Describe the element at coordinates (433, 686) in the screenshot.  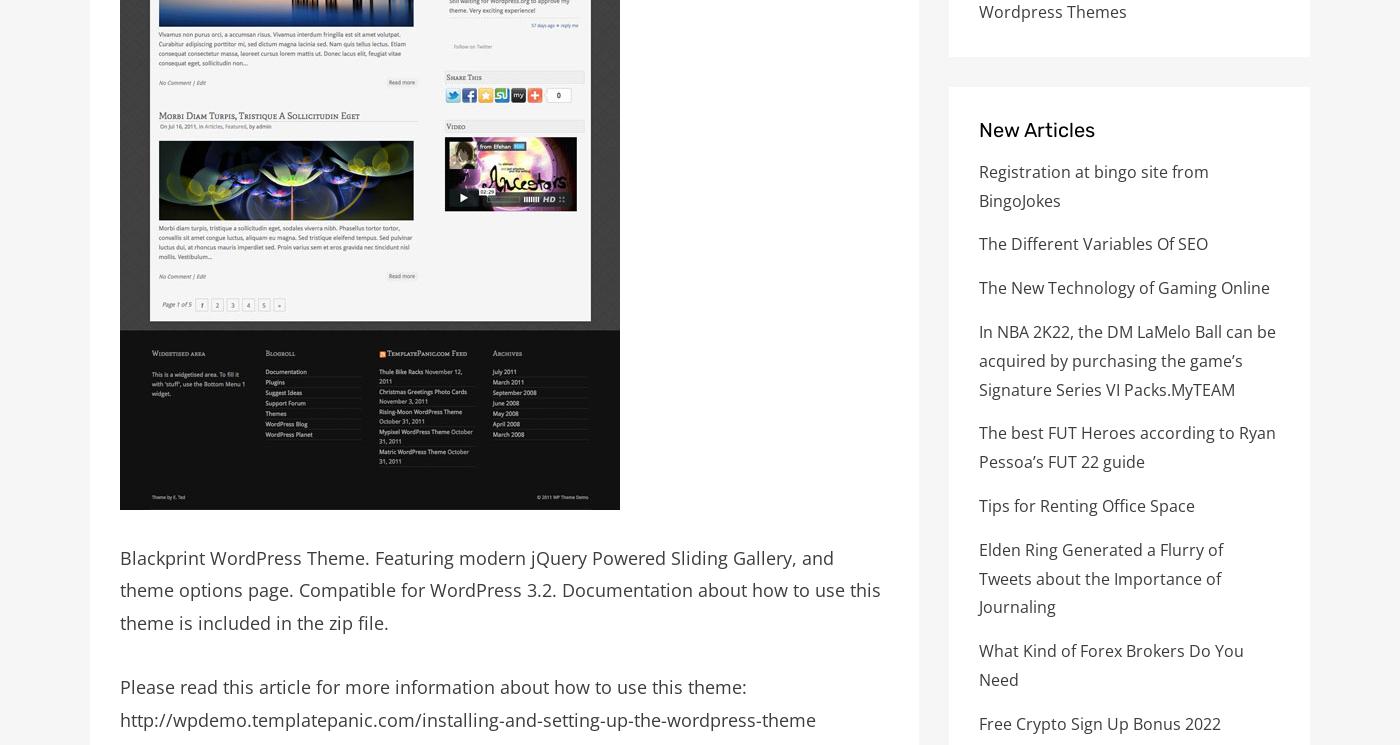
I see `'Please read this article for more information about how to use this theme:'` at that location.